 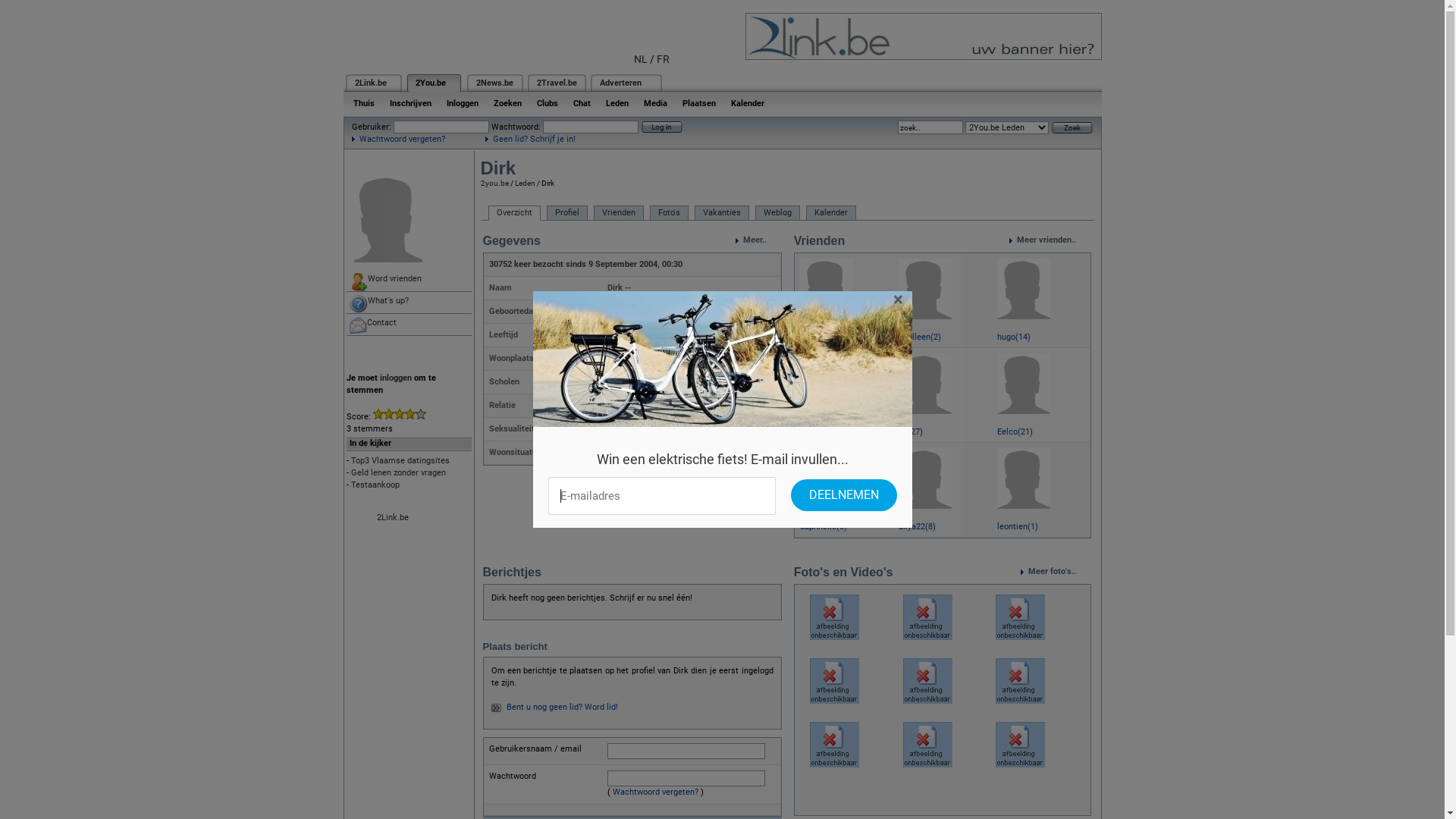 I want to click on 'Word vrienden', so click(x=408, y=281).